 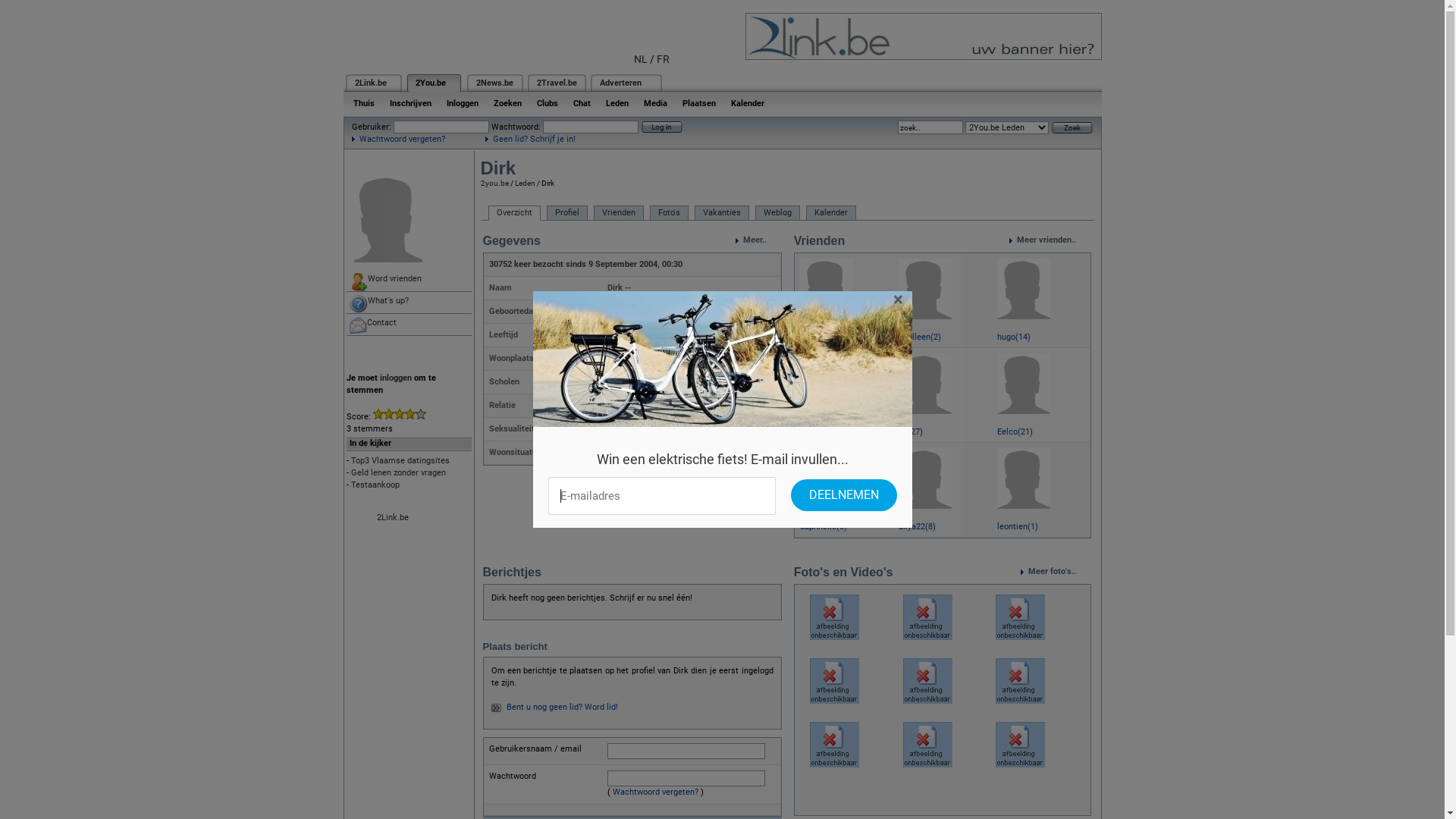 I want to click on 'Word vrienden', so click(x=408, y=281).